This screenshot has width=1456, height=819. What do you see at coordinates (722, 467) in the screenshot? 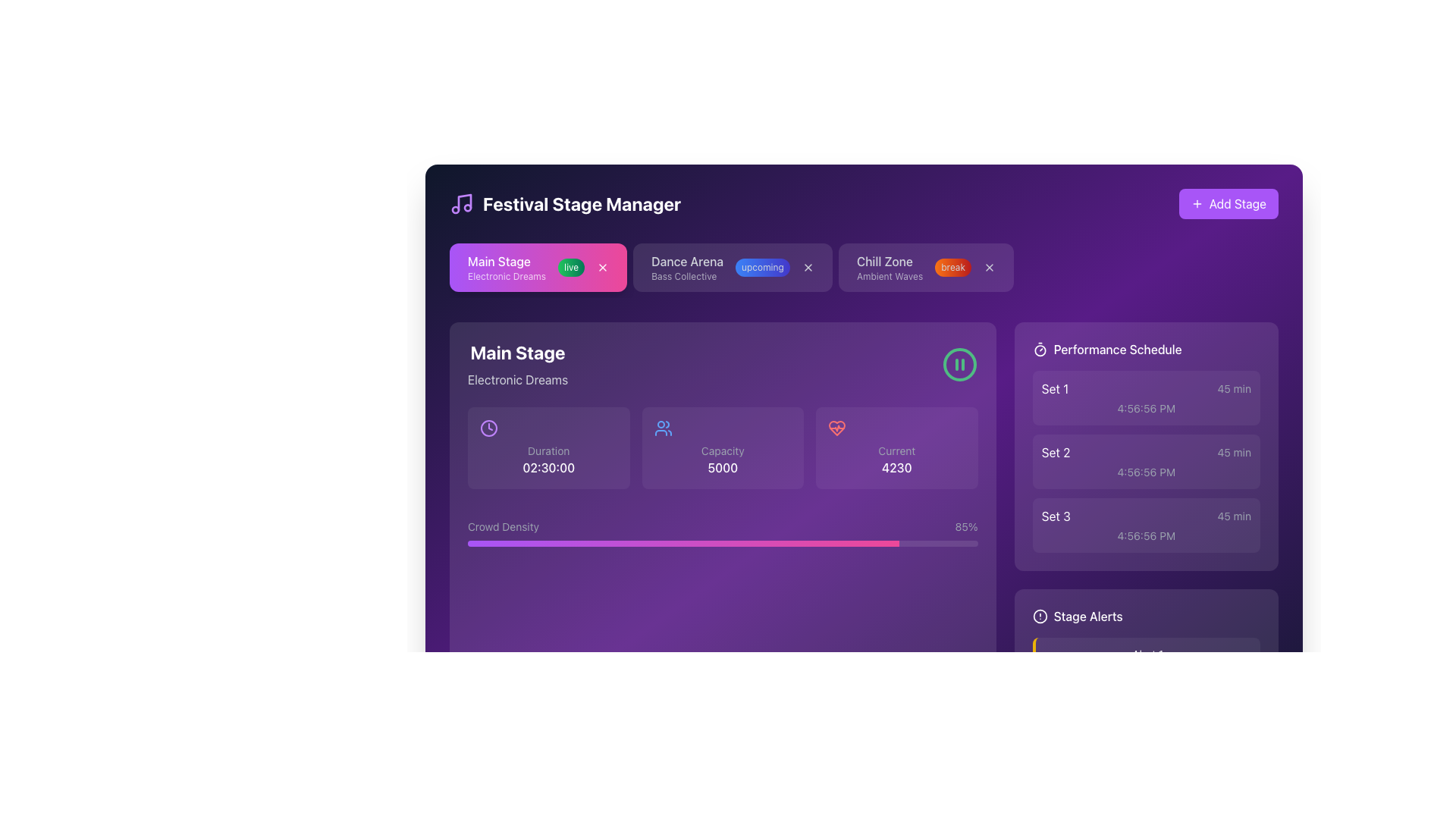
I see `the static text displaying '5000', which is styled in white font on a purple background and located under the 'Capacity' label` at bounding box center [722, 467].